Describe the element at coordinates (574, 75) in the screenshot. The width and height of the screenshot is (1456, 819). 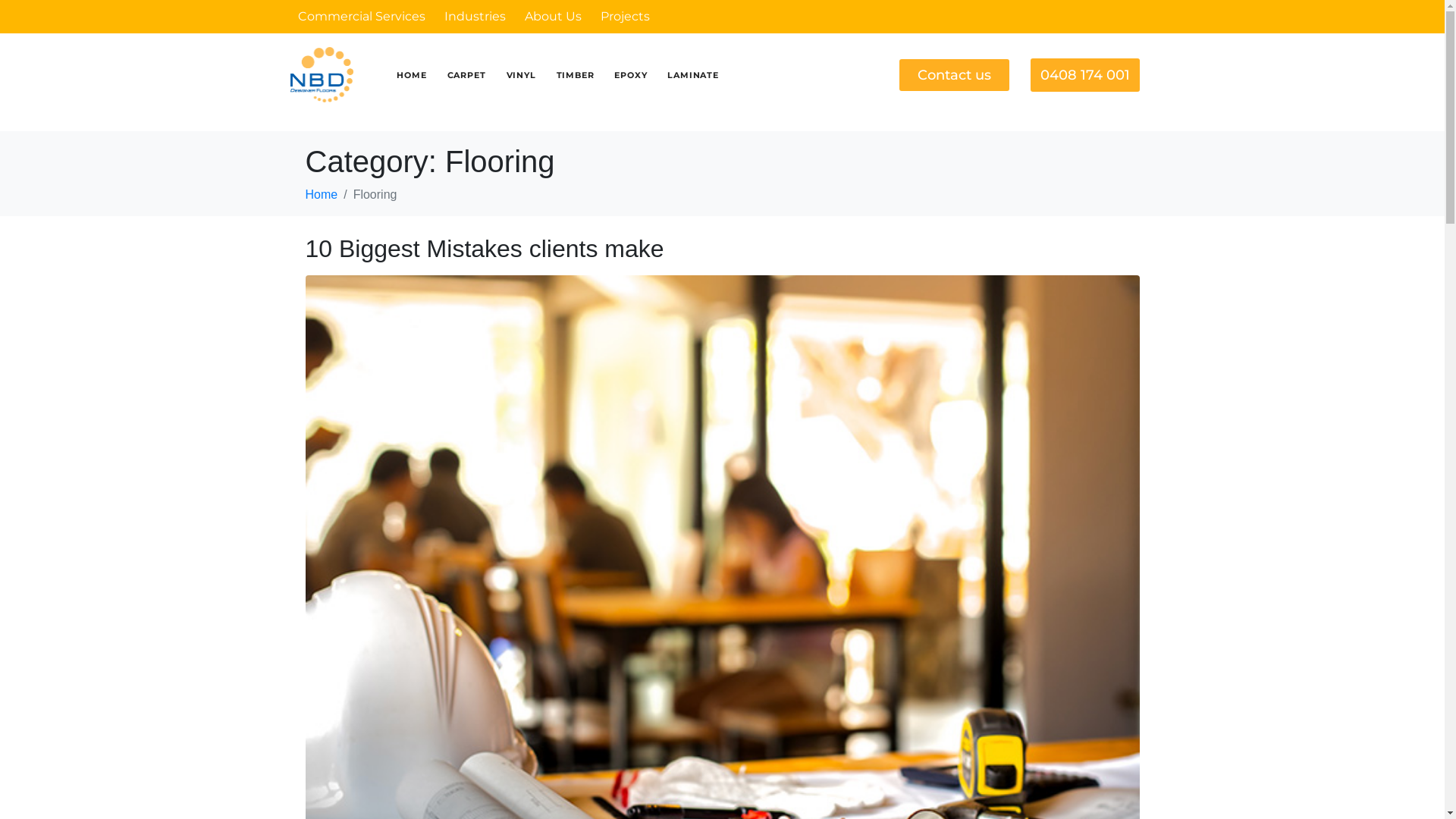
I see `'TIMBER'` at that location.